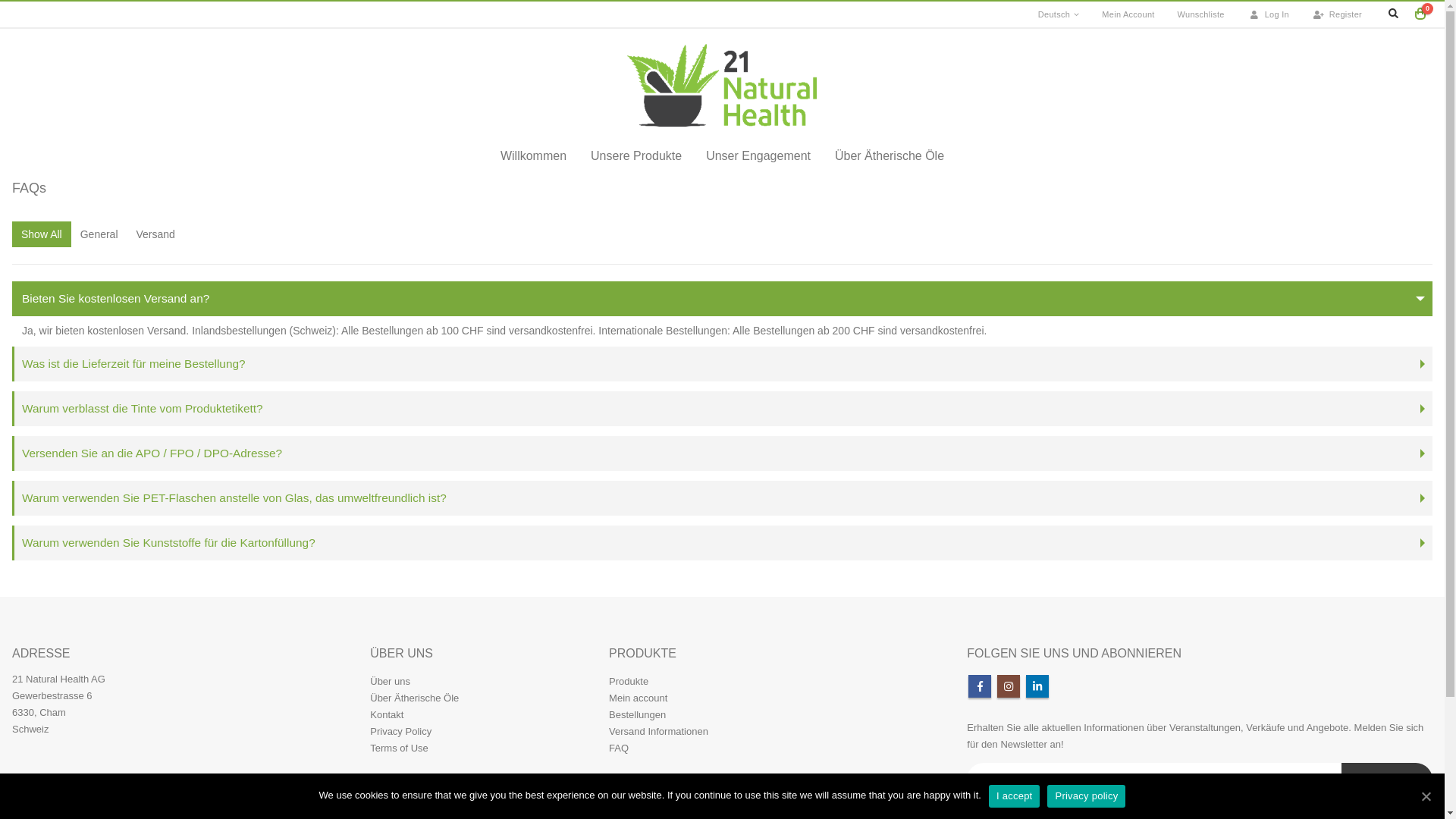 Image resolution: width=1456 pixels, height=819 pixels. I want to click on 'Bestellungen', so click(637, 714).